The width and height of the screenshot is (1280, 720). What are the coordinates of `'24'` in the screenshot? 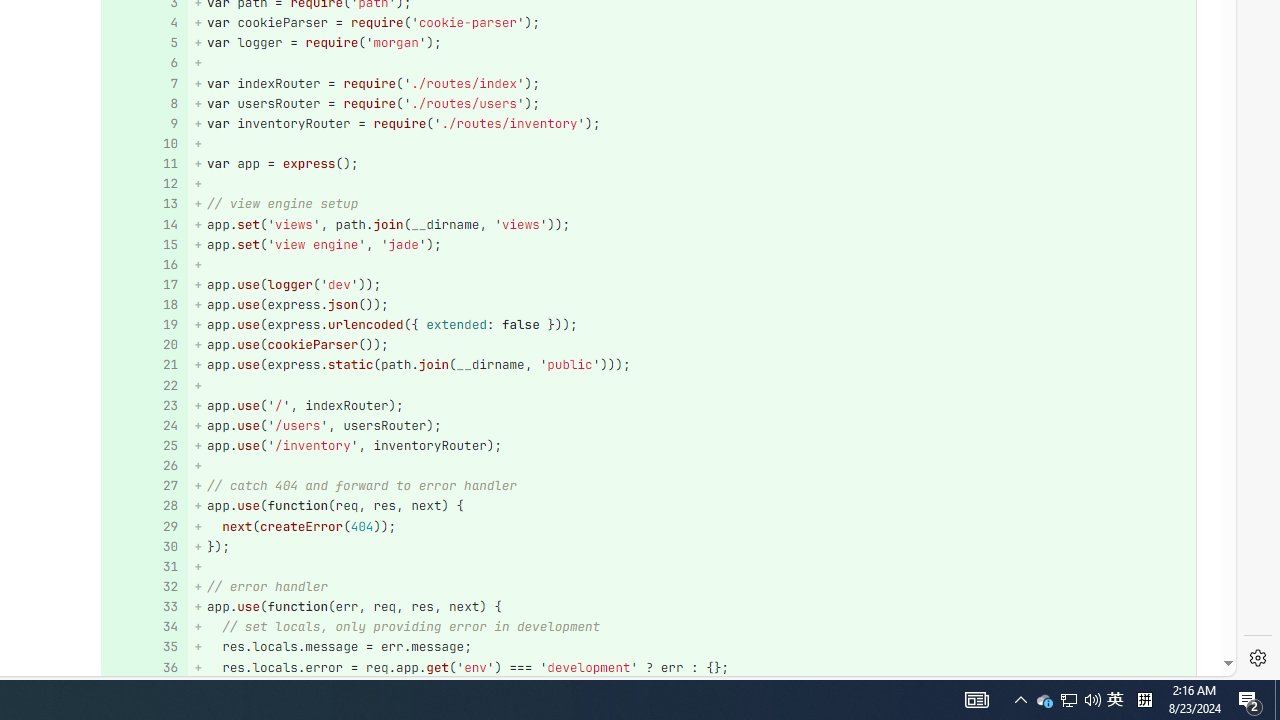 It's located at (141, 424).